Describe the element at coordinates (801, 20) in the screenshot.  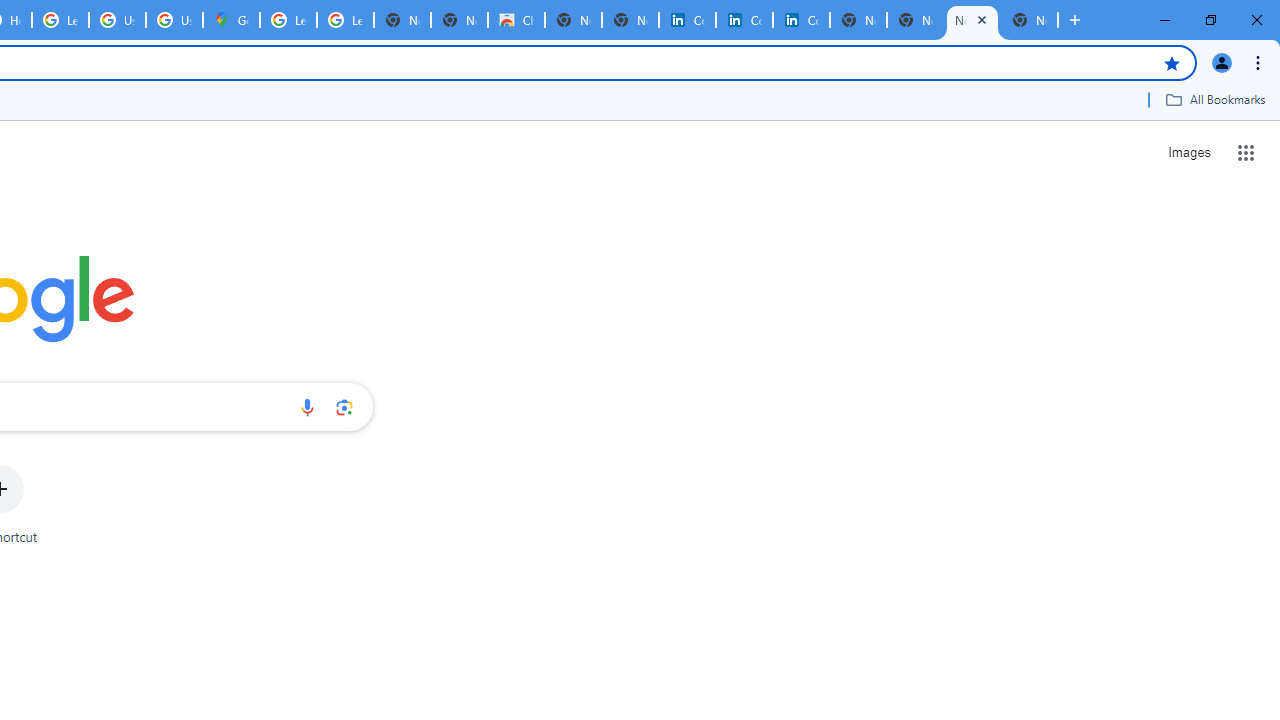
I see `'Copyright Policy'` at that location.